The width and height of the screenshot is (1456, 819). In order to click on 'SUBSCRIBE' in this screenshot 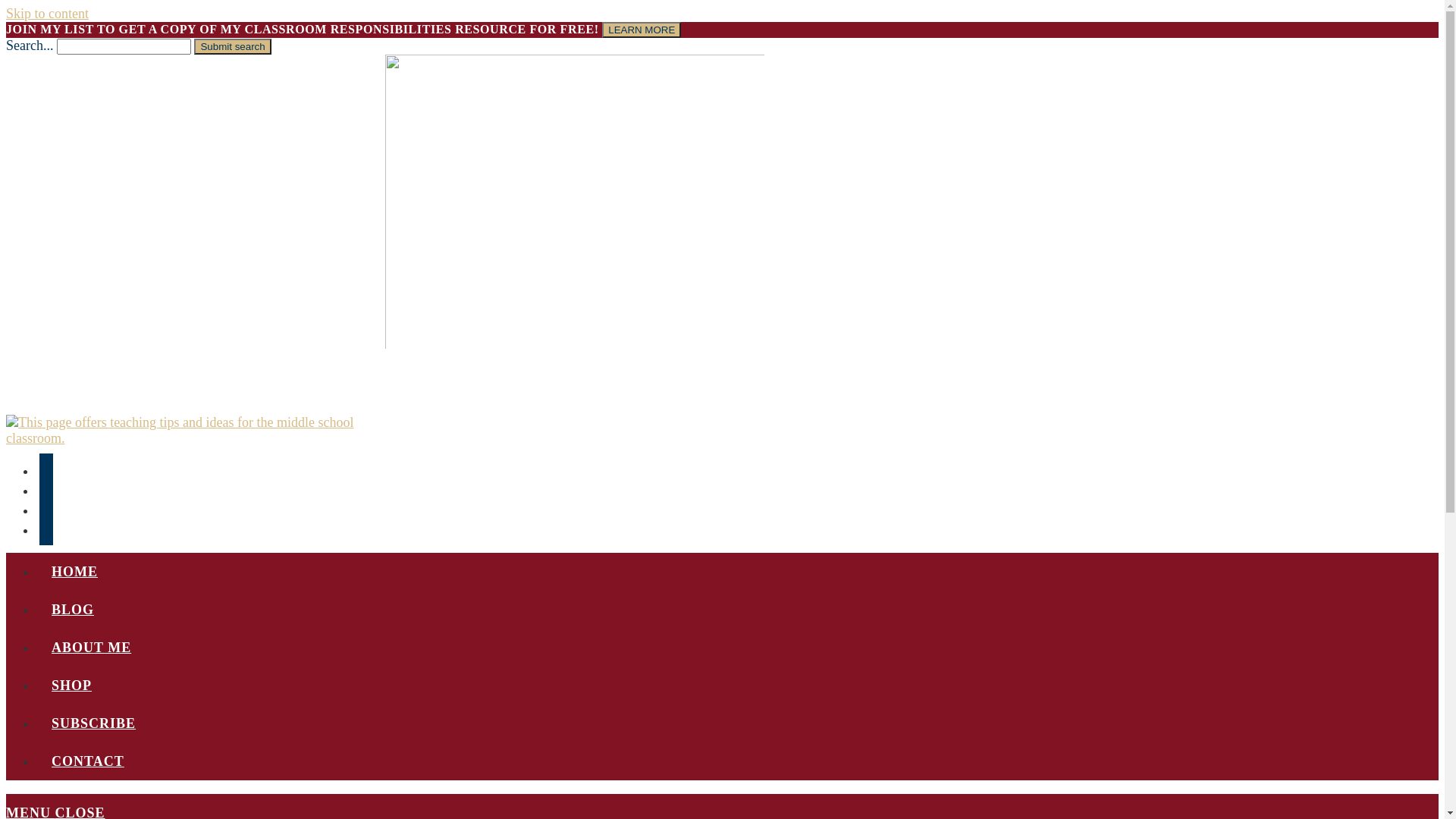, I will do `click(93, 722)`.